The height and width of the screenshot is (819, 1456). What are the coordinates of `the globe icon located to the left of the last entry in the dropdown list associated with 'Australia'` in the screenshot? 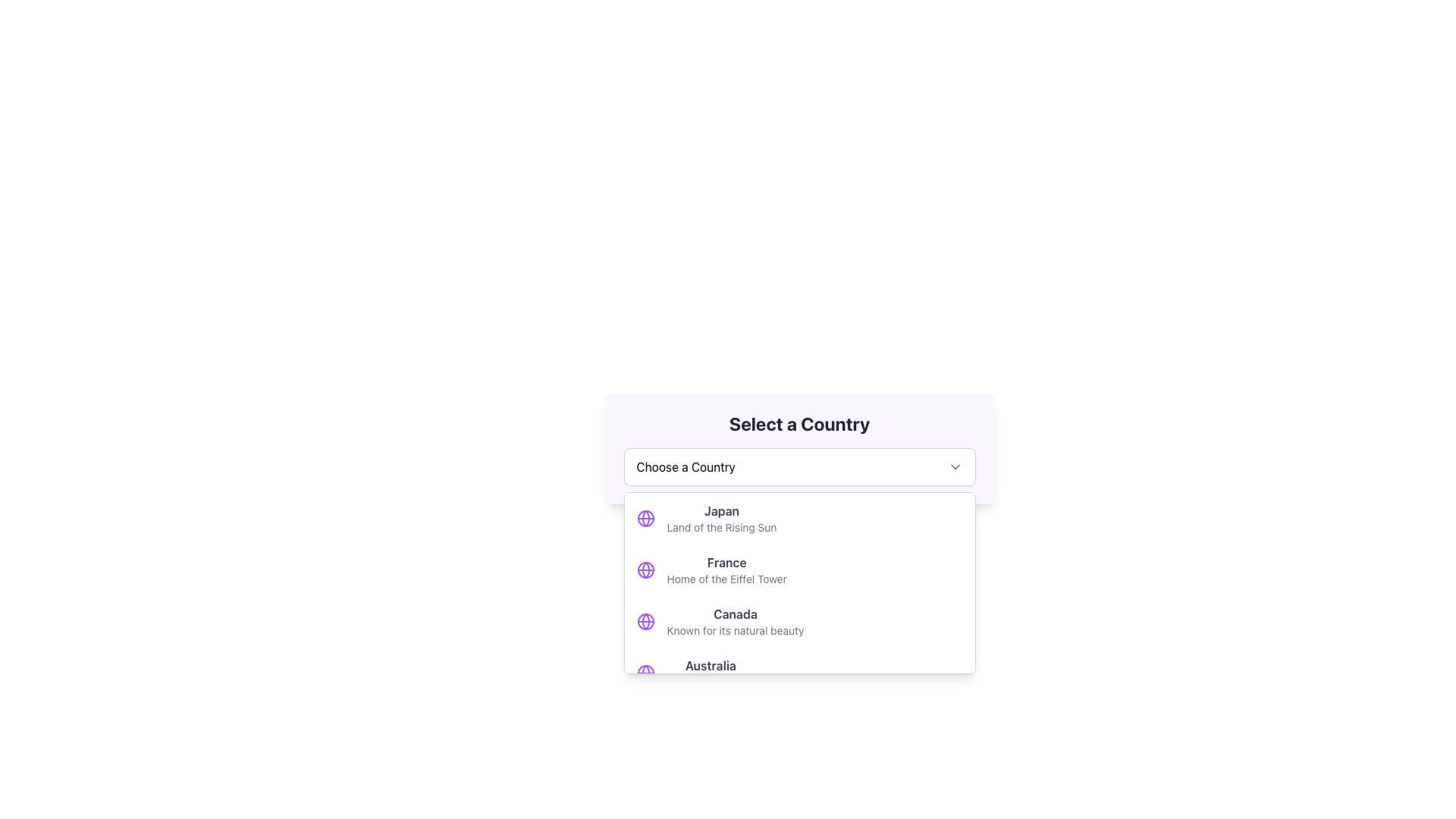 It's located at (645, 672).